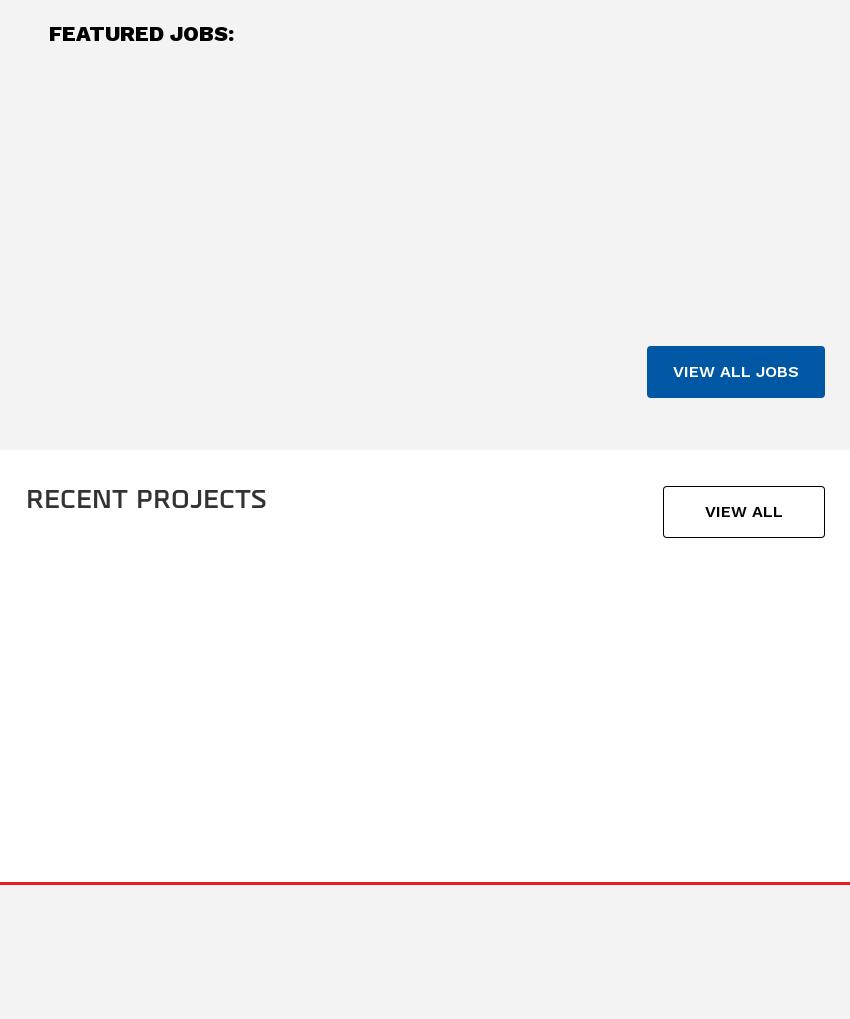 This screenshot has height=1019, width=850. I want to click on 'View All Jobs', so click(734, 370).